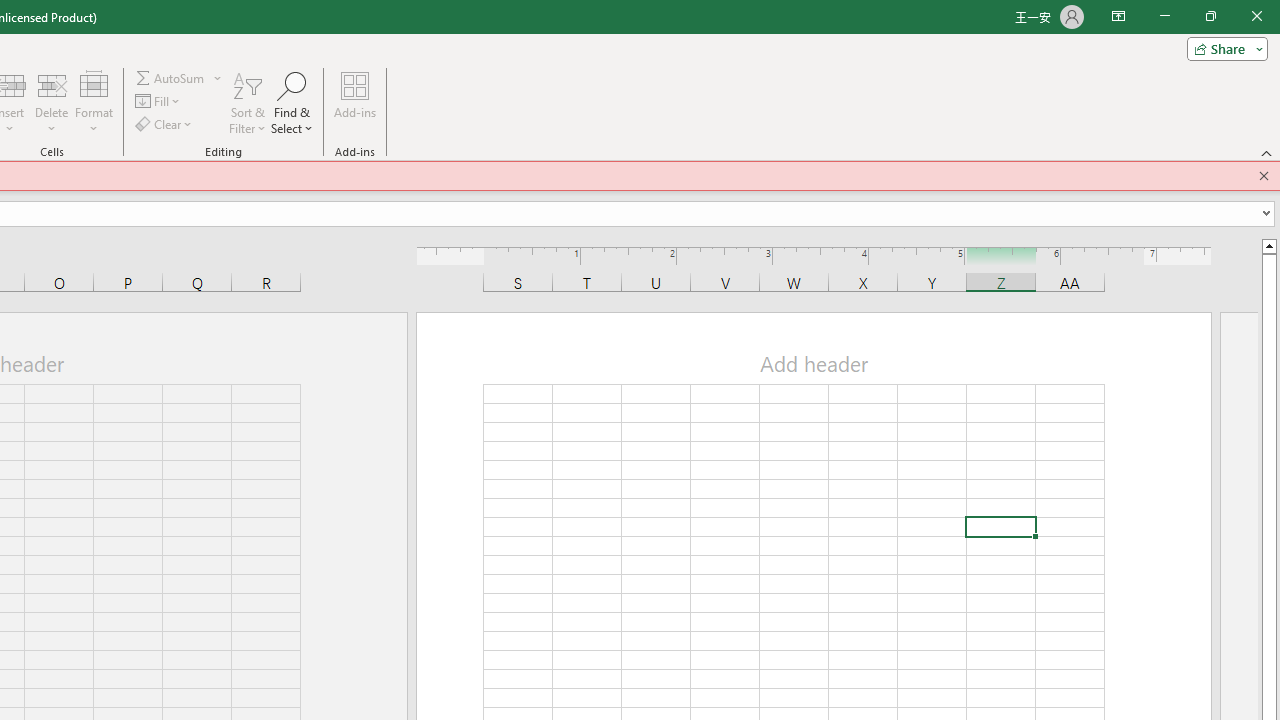 The height and width of the screenshot is (720, 1280). What do you see at coordinates (291, 103) in the screenshot?
I see `'Find & Select'` at bounding box center [291, 103].